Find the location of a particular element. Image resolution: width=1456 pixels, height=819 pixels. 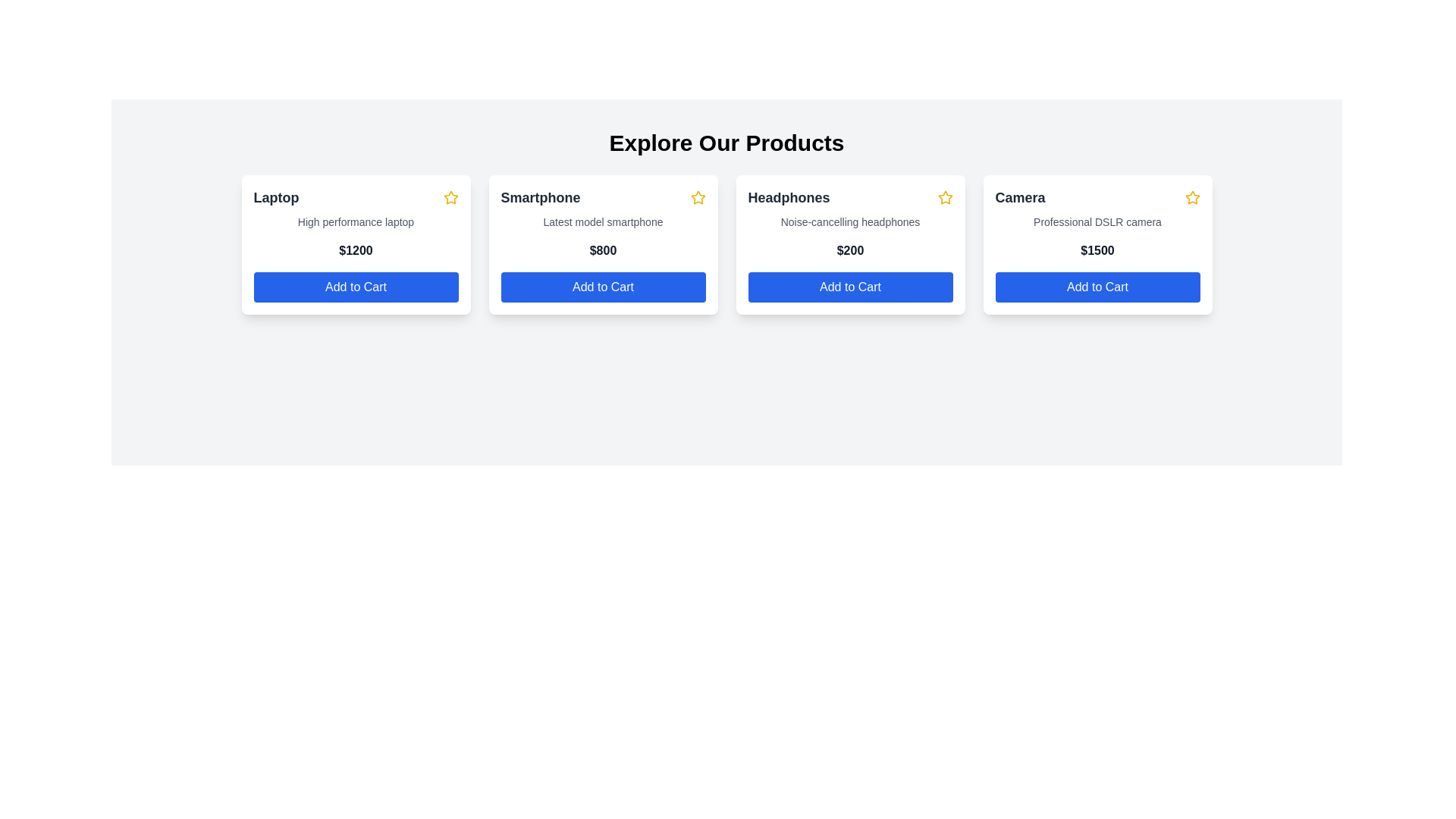

the star icon in the top-right corner of the 'Headphones' product card is located at coordinates (944, 197).